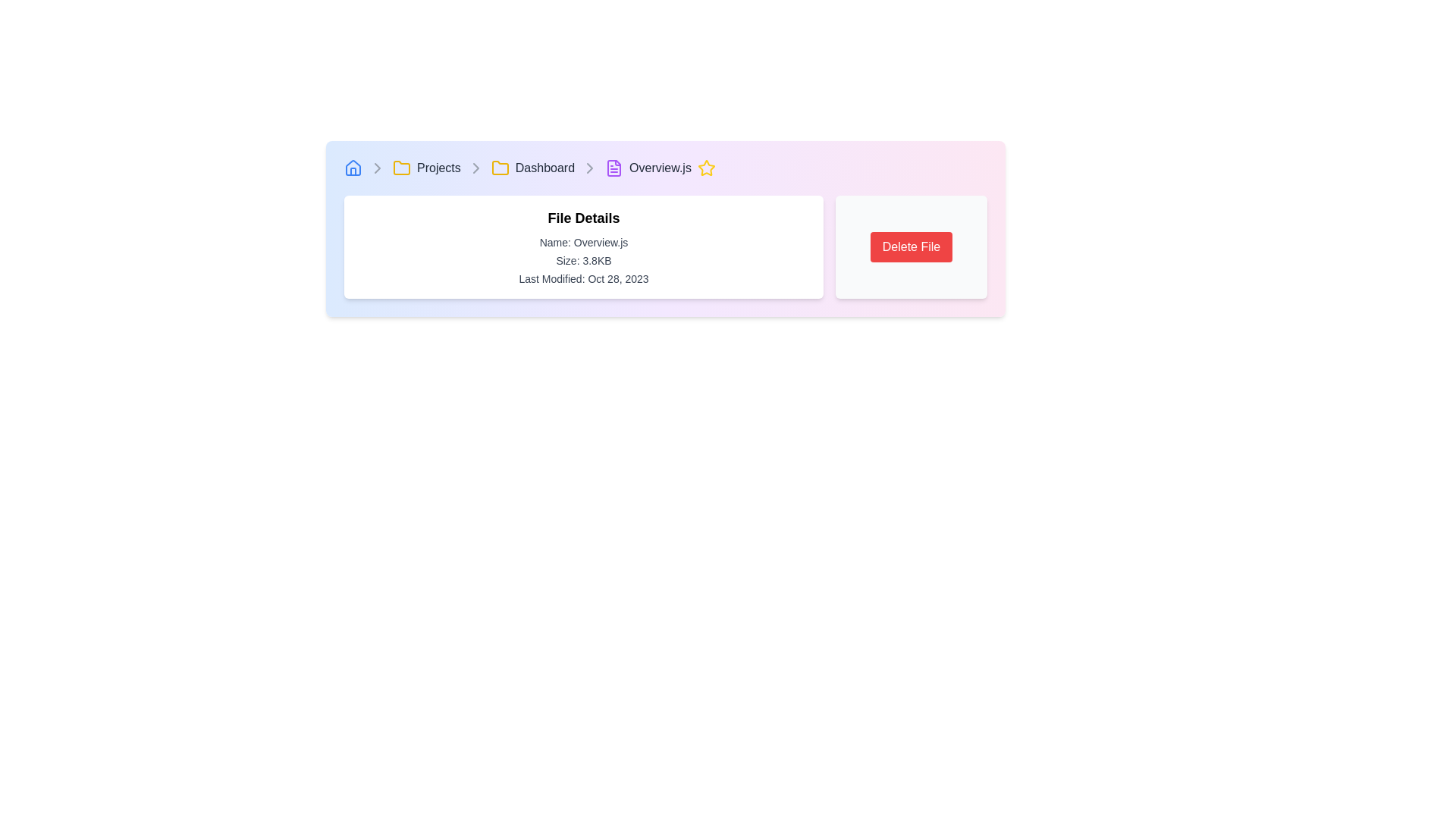 This screenshot has width=1456, height=819. I want to click on the right-pointing chevron arrow icon in gray color, located in the breadcrumb navigation bar between 'Projects' and 'Dashboard', so click(475, 168).